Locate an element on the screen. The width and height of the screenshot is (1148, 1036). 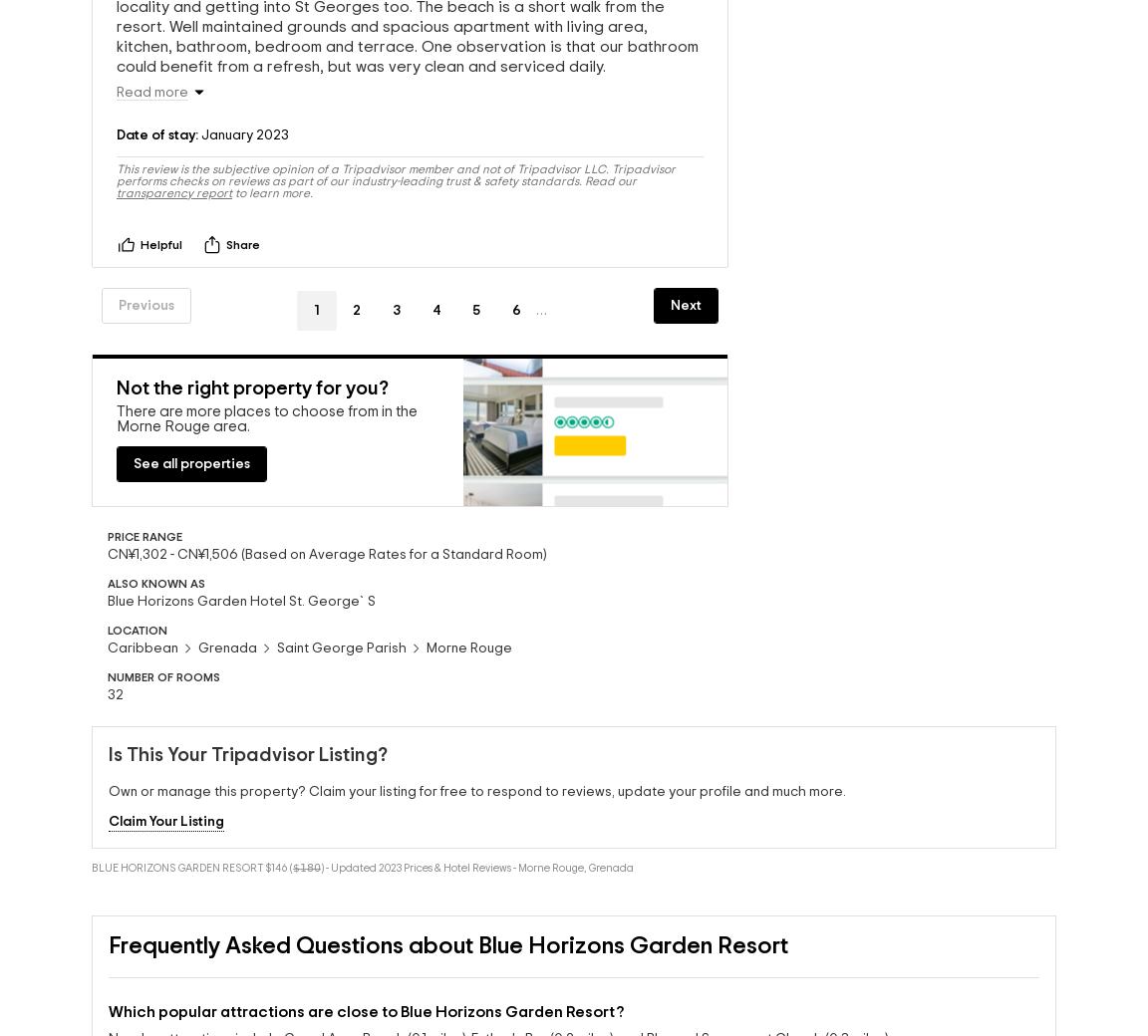
'area.' is located at coordinates (229, 431).